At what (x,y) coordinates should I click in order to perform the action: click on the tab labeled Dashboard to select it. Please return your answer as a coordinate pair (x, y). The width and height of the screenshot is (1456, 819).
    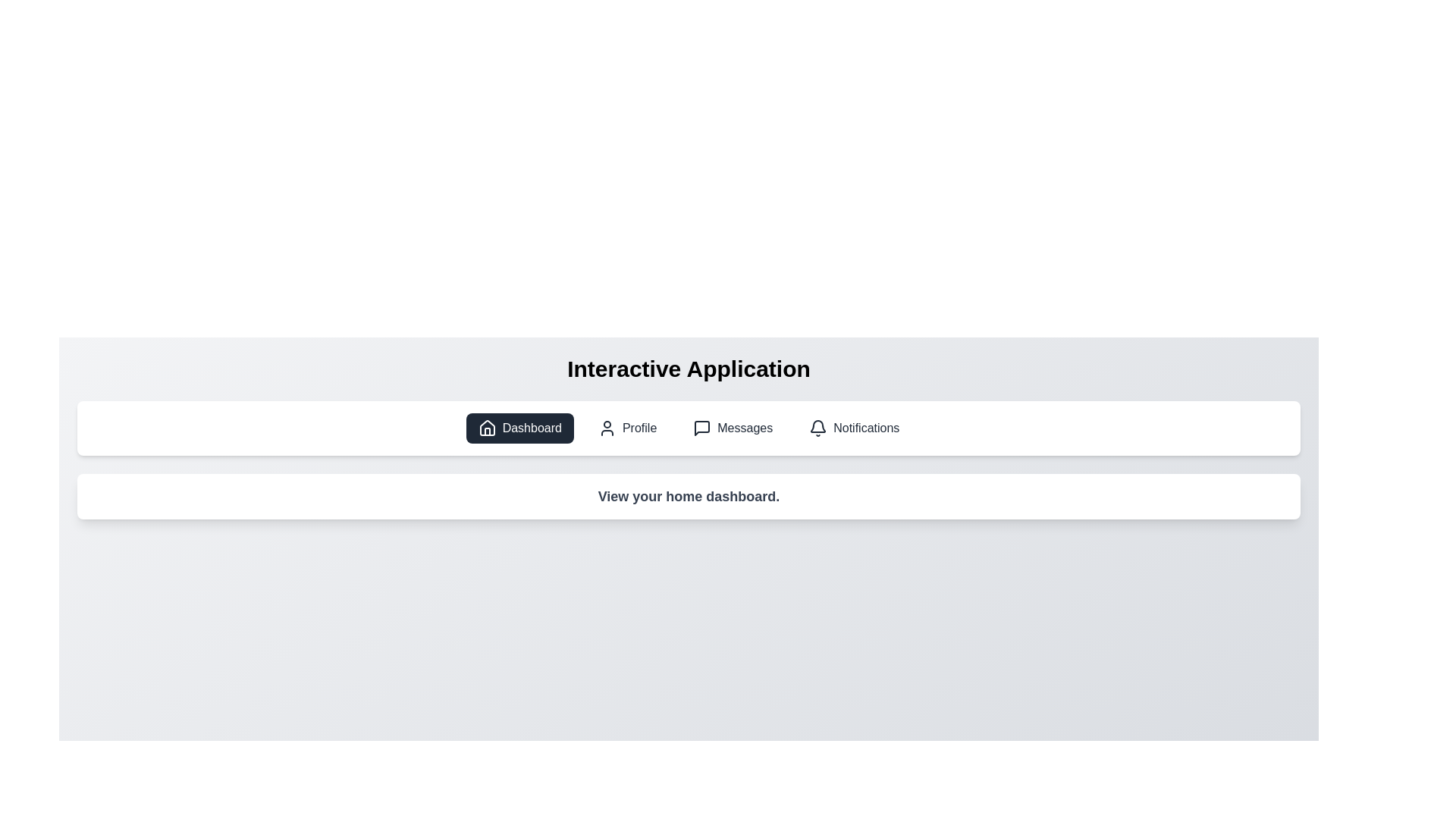
    Looking at the image, I should click on (519, 428).